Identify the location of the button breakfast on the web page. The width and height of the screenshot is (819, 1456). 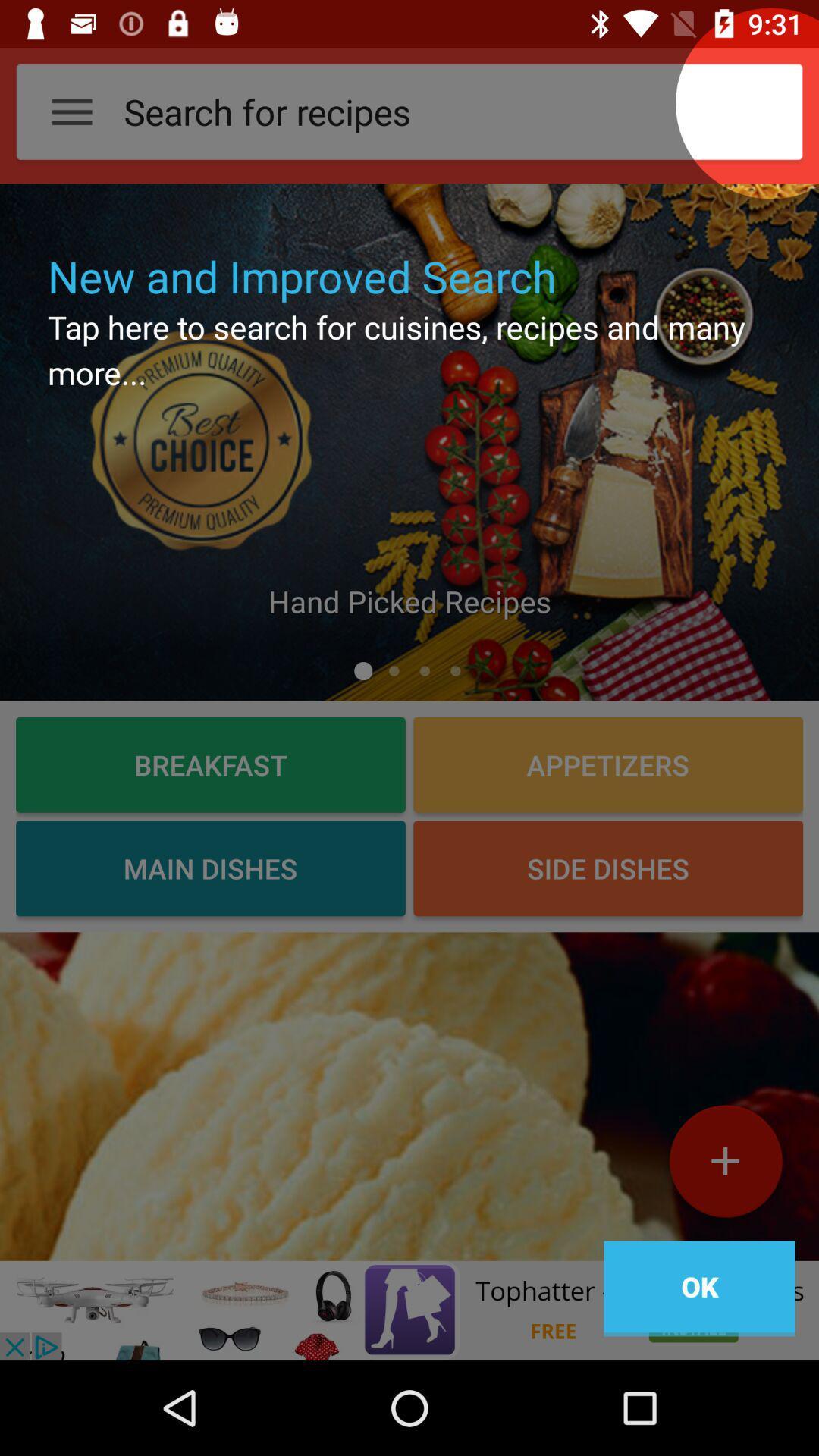
(210, 764).